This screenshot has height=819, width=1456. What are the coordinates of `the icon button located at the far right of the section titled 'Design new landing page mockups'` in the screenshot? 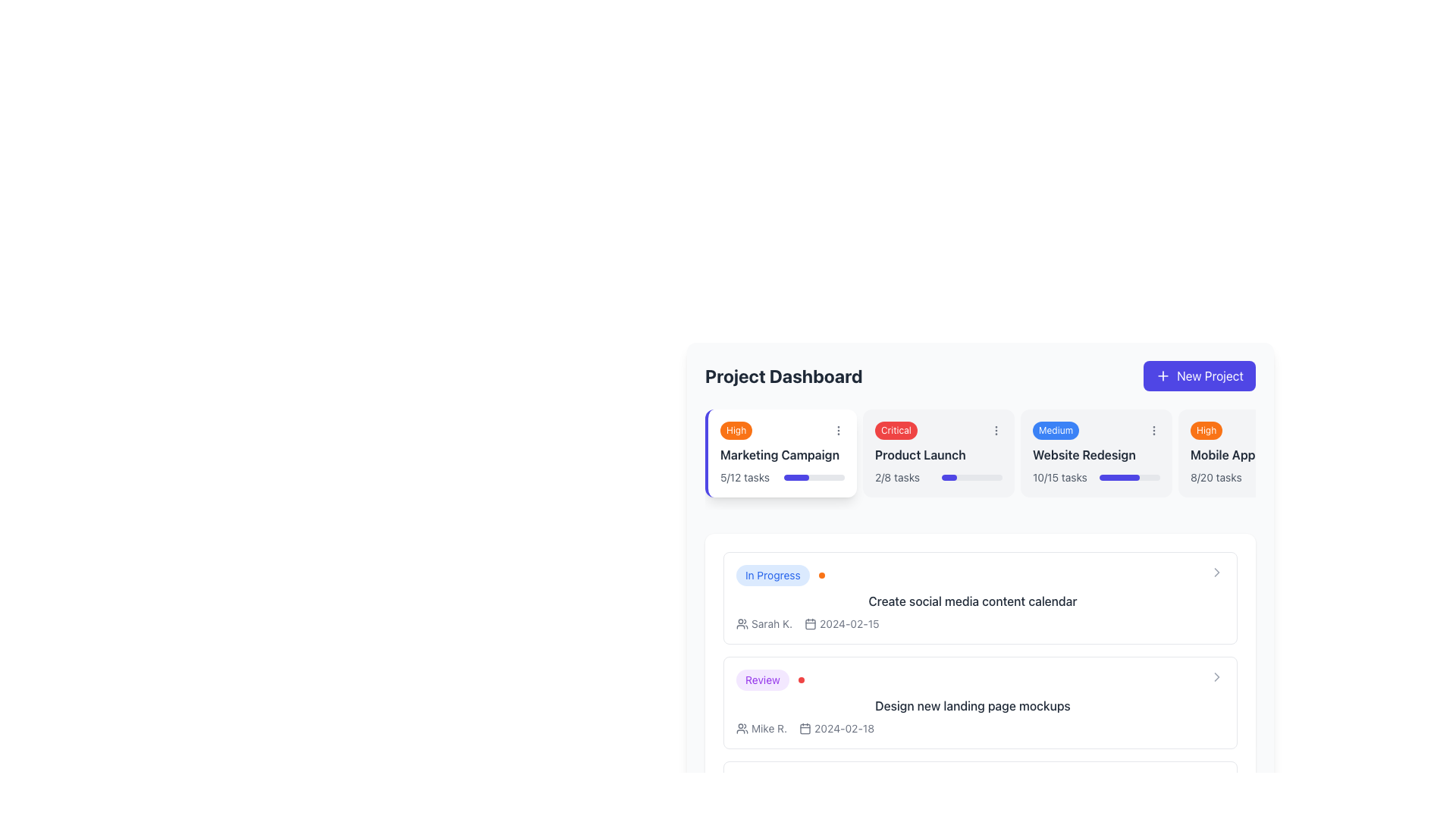 It's located at (1216, 676).